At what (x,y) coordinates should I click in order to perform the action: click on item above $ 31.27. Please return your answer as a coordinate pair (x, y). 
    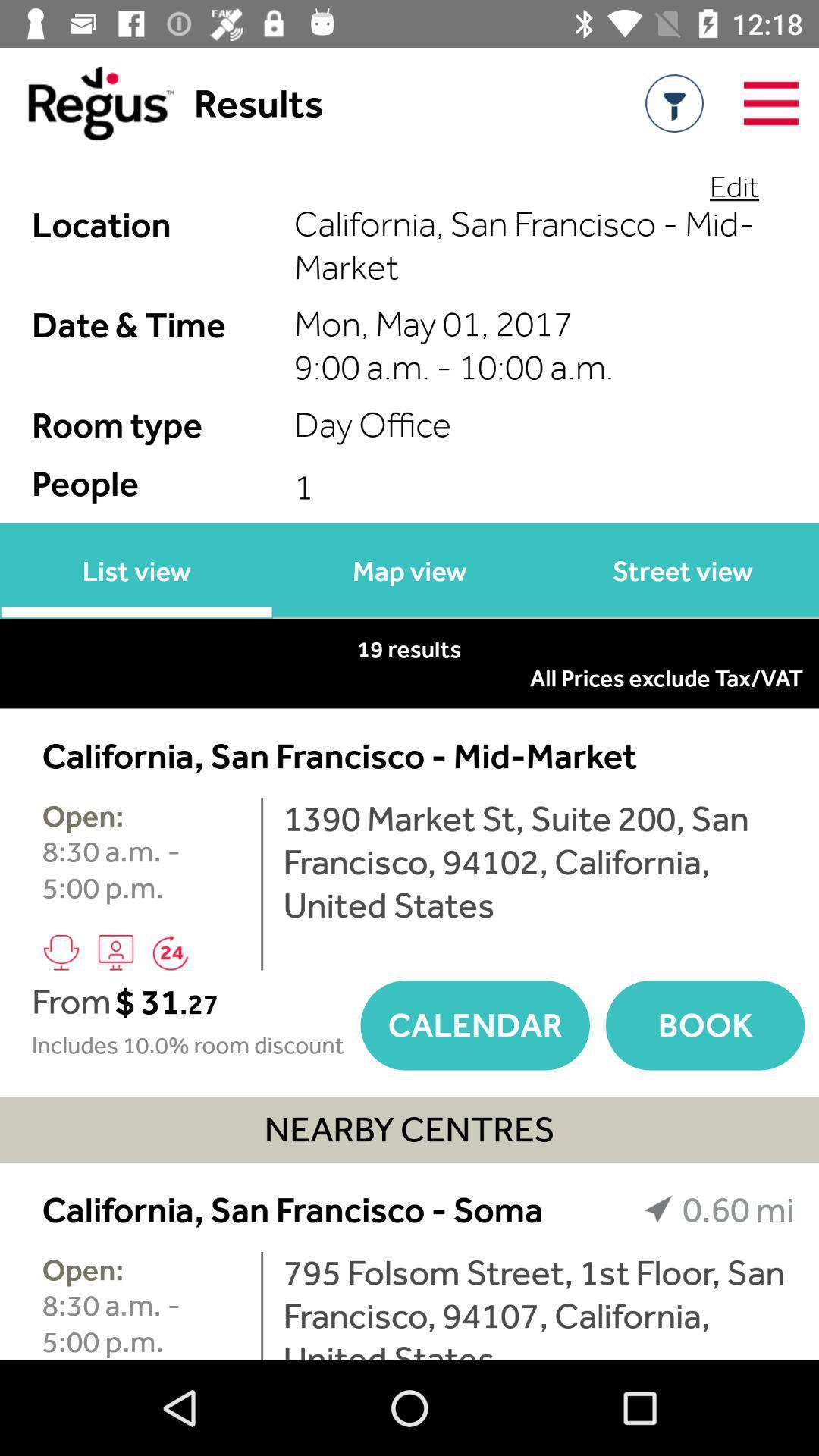
    Looking at the image, I should click on (170, 952).